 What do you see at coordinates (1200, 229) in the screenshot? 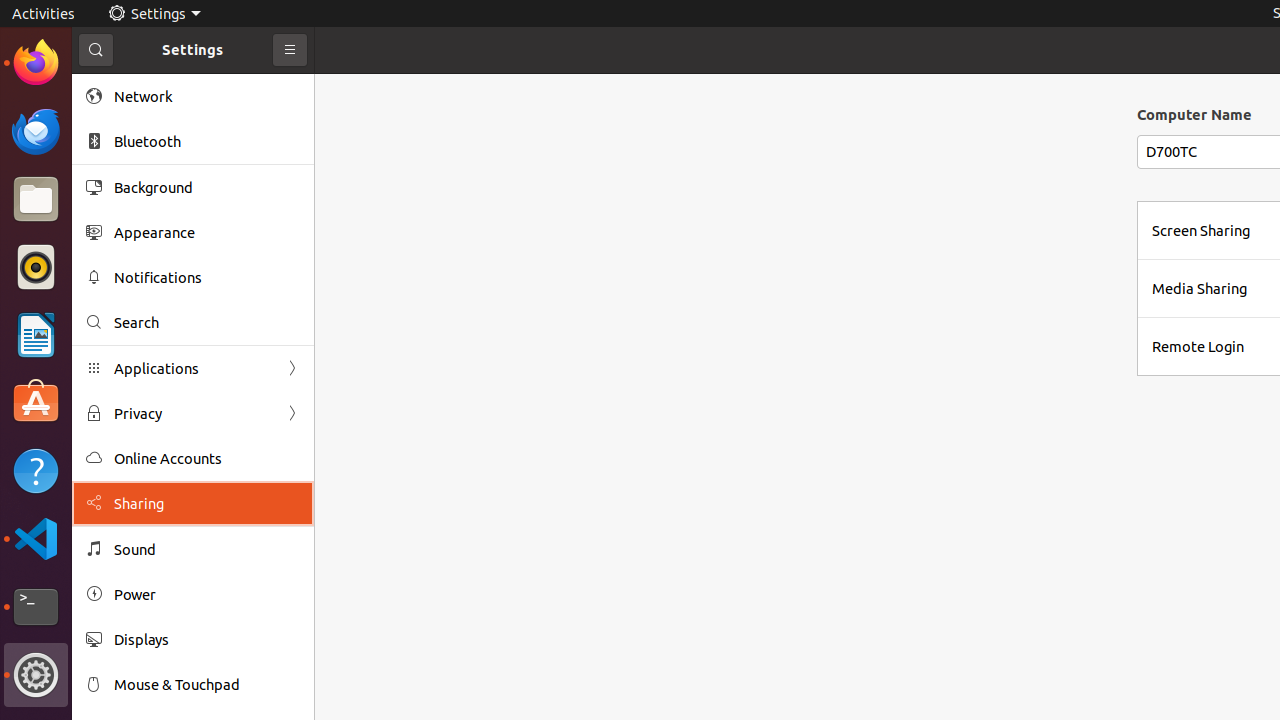
I see `'Screen Sharing'` at bounding box center [1200, 229].